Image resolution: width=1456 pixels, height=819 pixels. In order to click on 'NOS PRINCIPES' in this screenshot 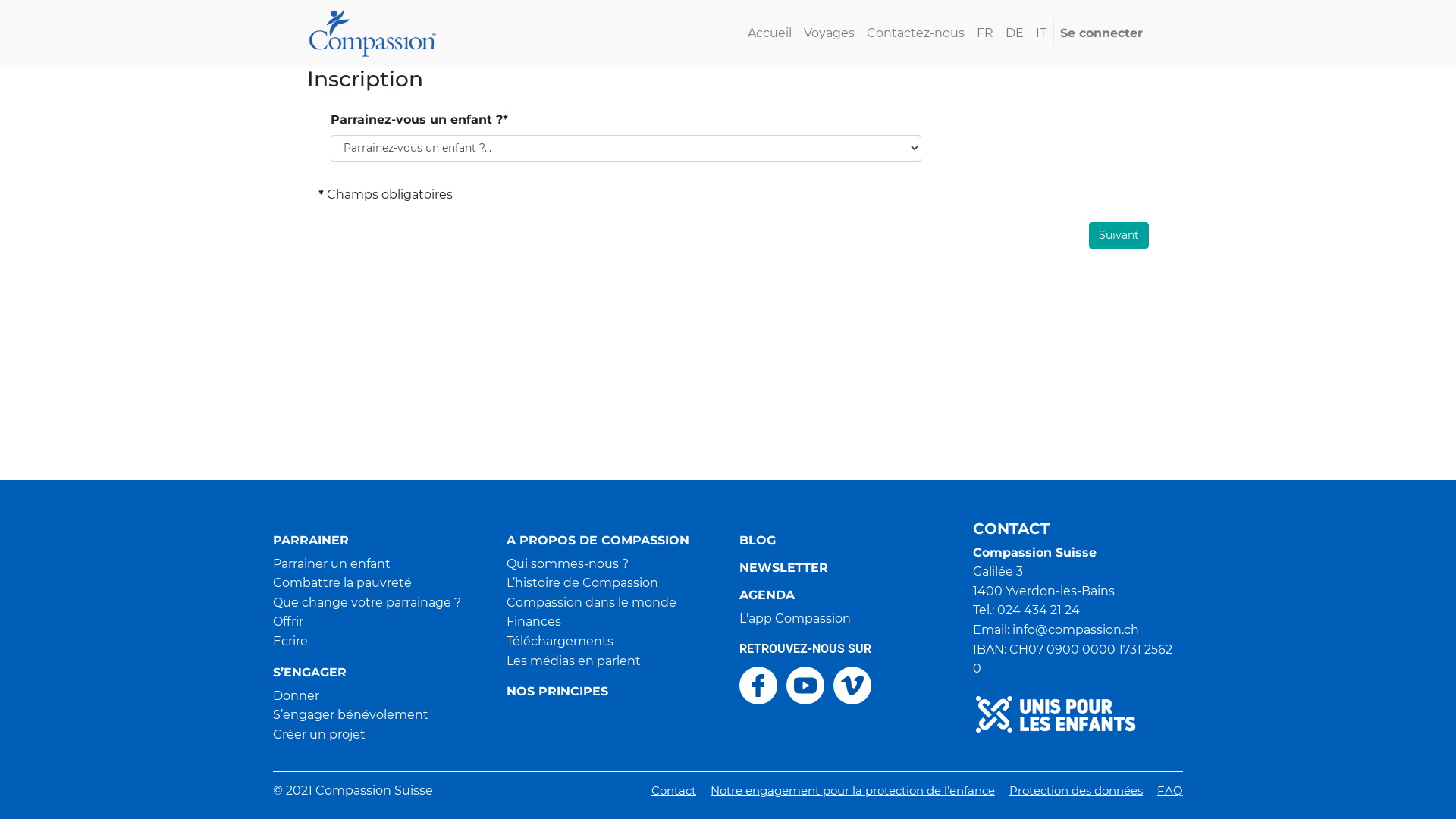, I will do `click(611, 691)`.